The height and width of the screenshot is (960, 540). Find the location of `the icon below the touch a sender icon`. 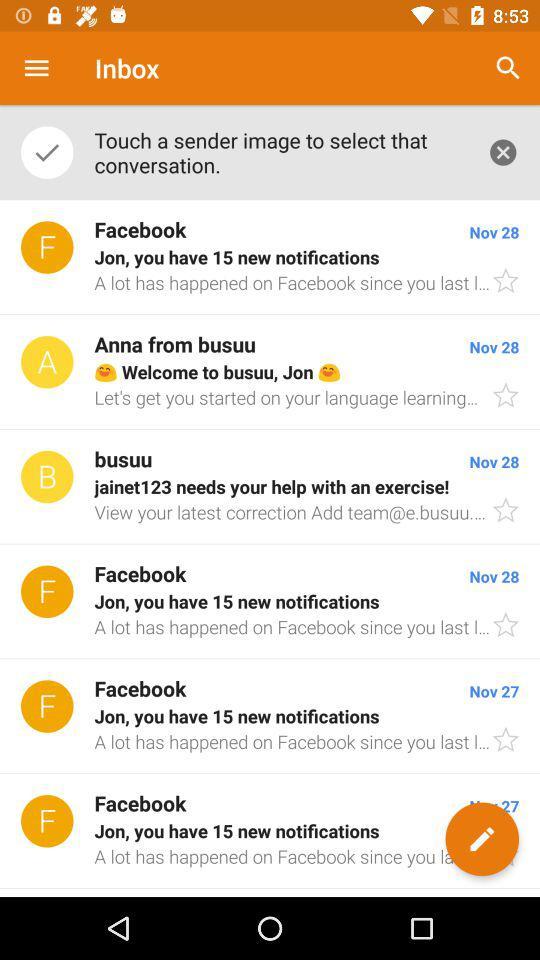

the icon below the touch a sender icon is located at coordinates (270, 256).